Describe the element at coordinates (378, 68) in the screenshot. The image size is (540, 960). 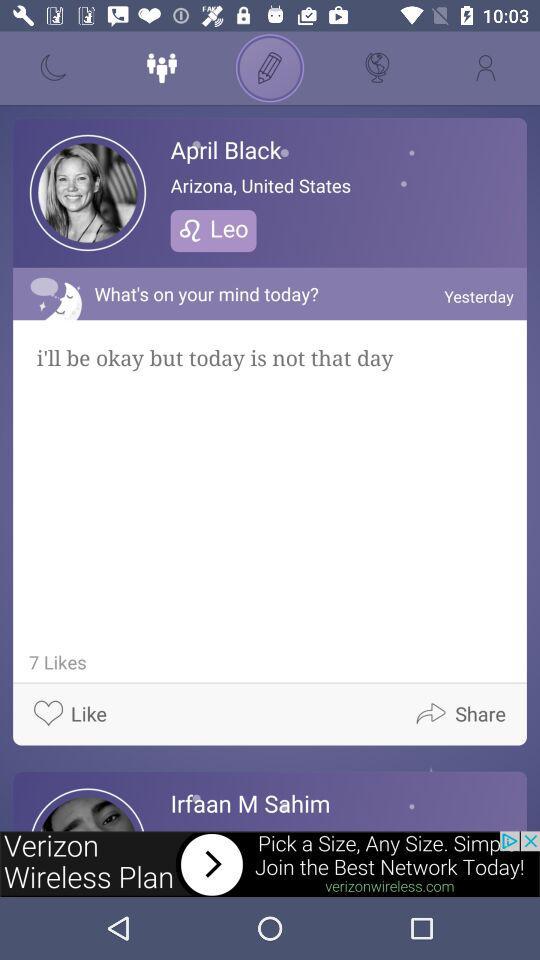
I see `the globe button next to edit button` at that location.